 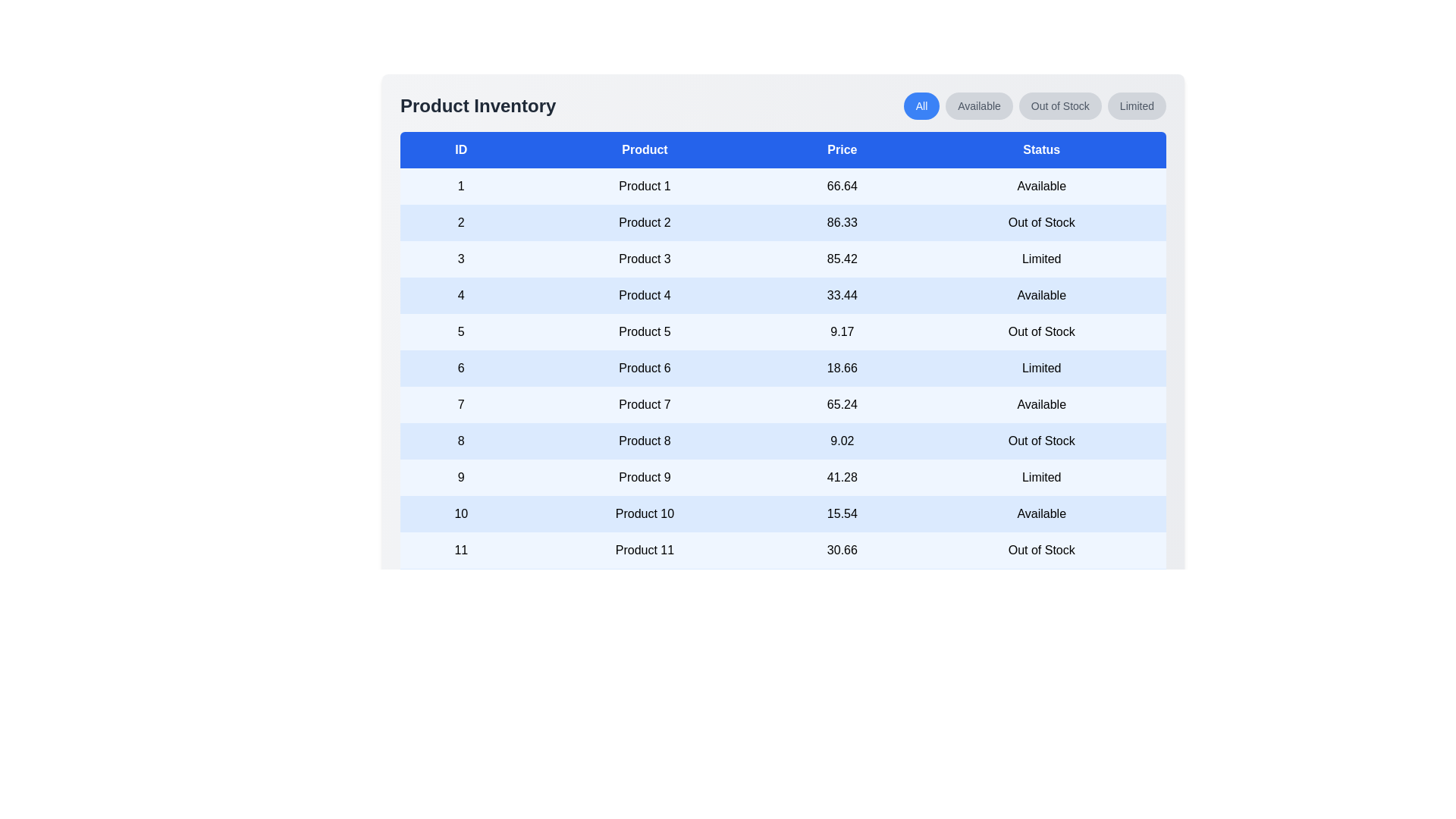 What do you see at coordinates (1059, 105) in the screenshot?
I see `the filter button labeled 'Out of Stock' to filter the table` at bounding box center [1059, 105].